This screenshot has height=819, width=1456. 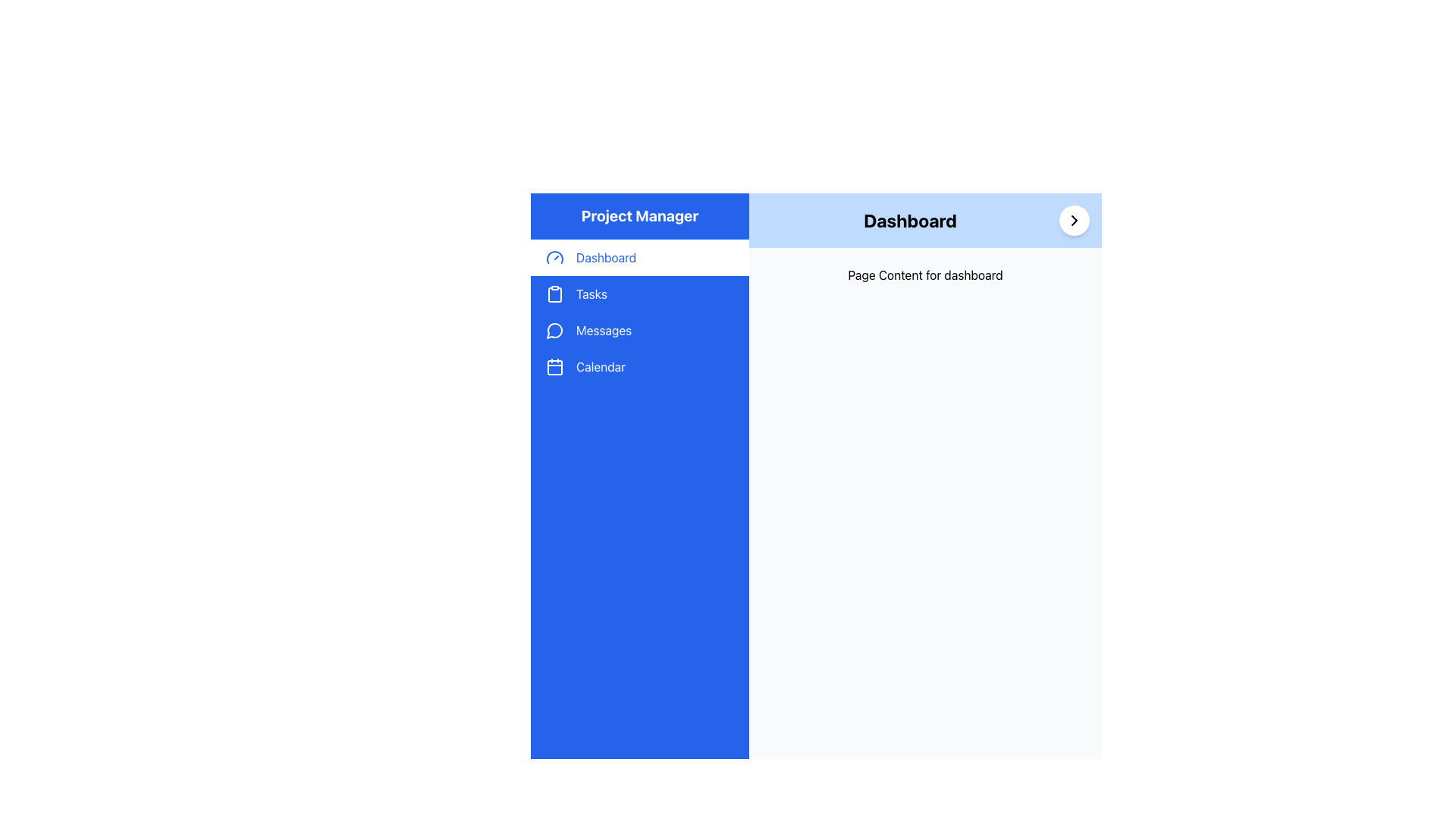 I want to click on the 'Dashboard' icon in the vertical sidebar, so click(x=554, y=256).